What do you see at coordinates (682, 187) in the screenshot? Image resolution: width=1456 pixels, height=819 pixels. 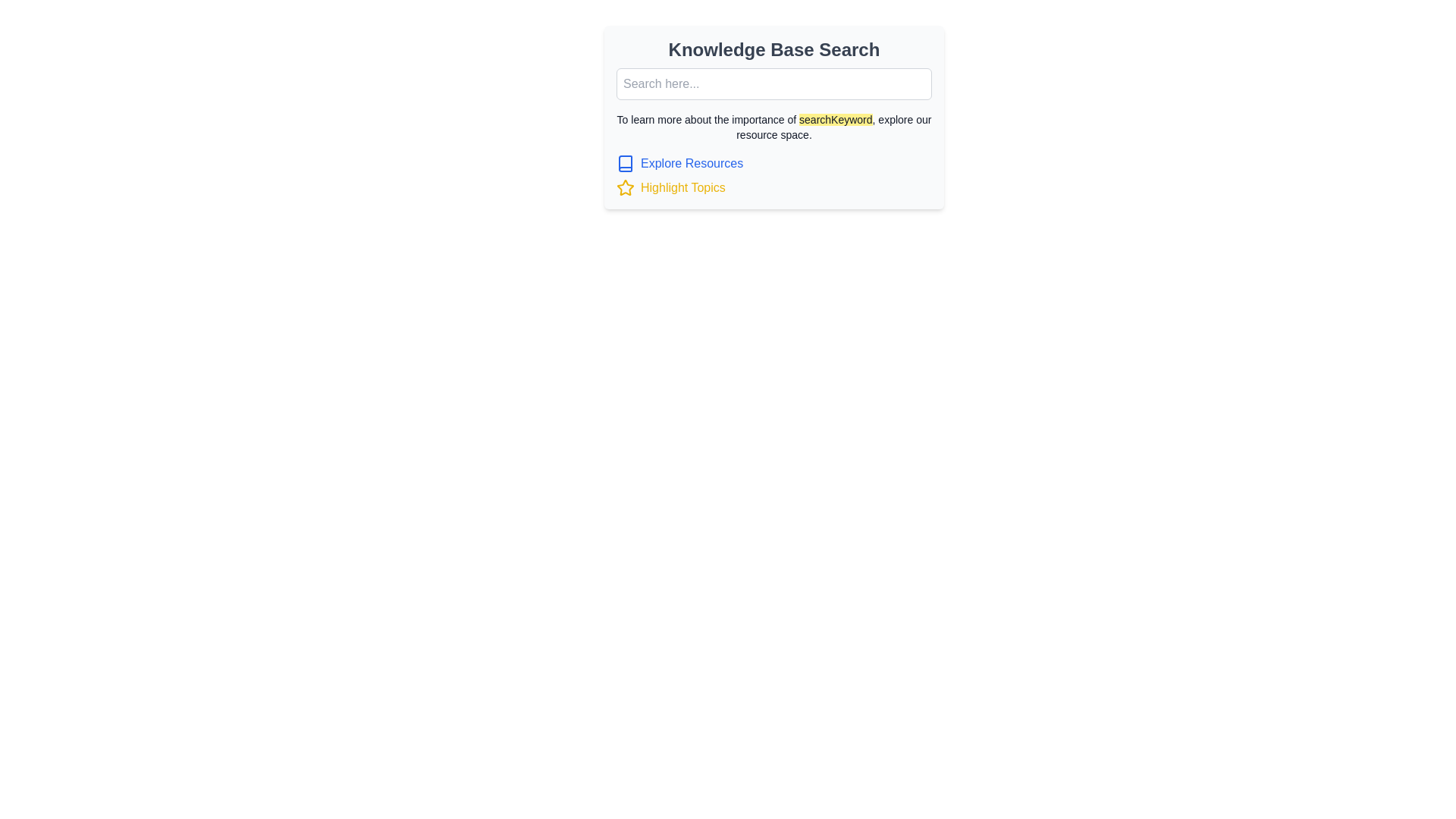 I see `the text label reading 'Highlight Topics', which is prominently displayed in golden-yellow color next to a star icon, positioned below 'Explore Resources' in the 'Knowledge Base Search' section` at bounding box center [682, 187].